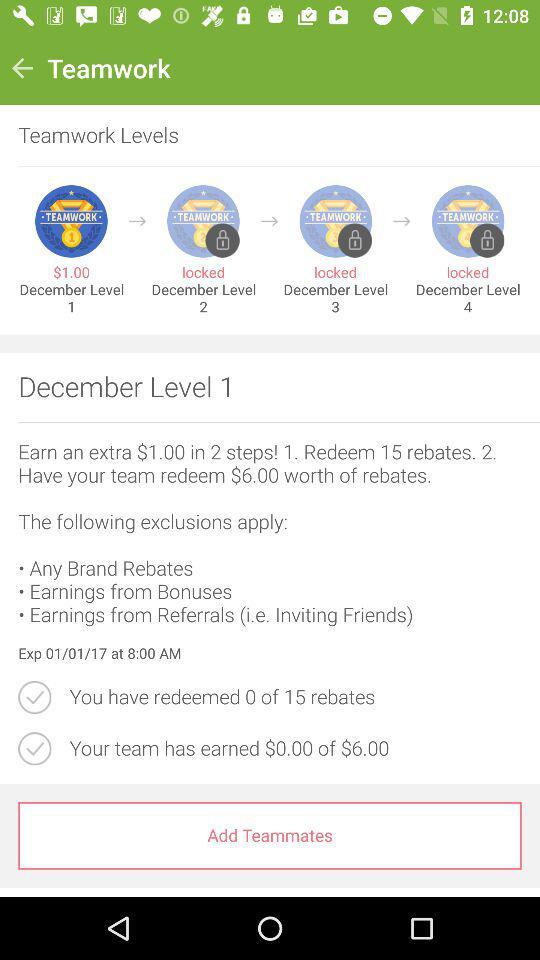 This screenshot has width=540, height=960. What do you see at coordinates (270, 835) in the screenshot?
I see `the add teammates icon` at bounding box center [270, 835].